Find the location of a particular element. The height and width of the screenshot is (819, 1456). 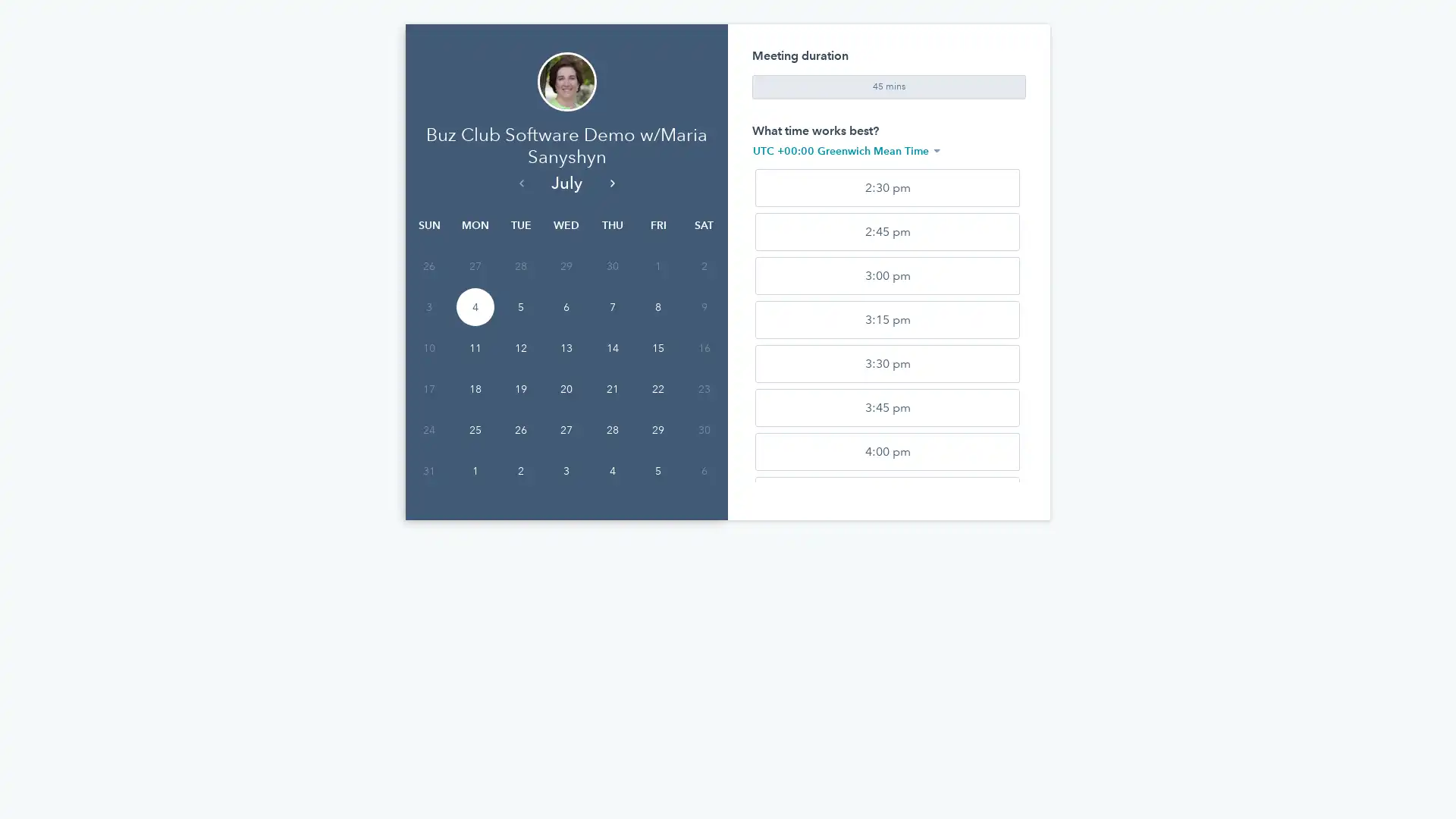

August 1st is located at coordinates (473, 528).